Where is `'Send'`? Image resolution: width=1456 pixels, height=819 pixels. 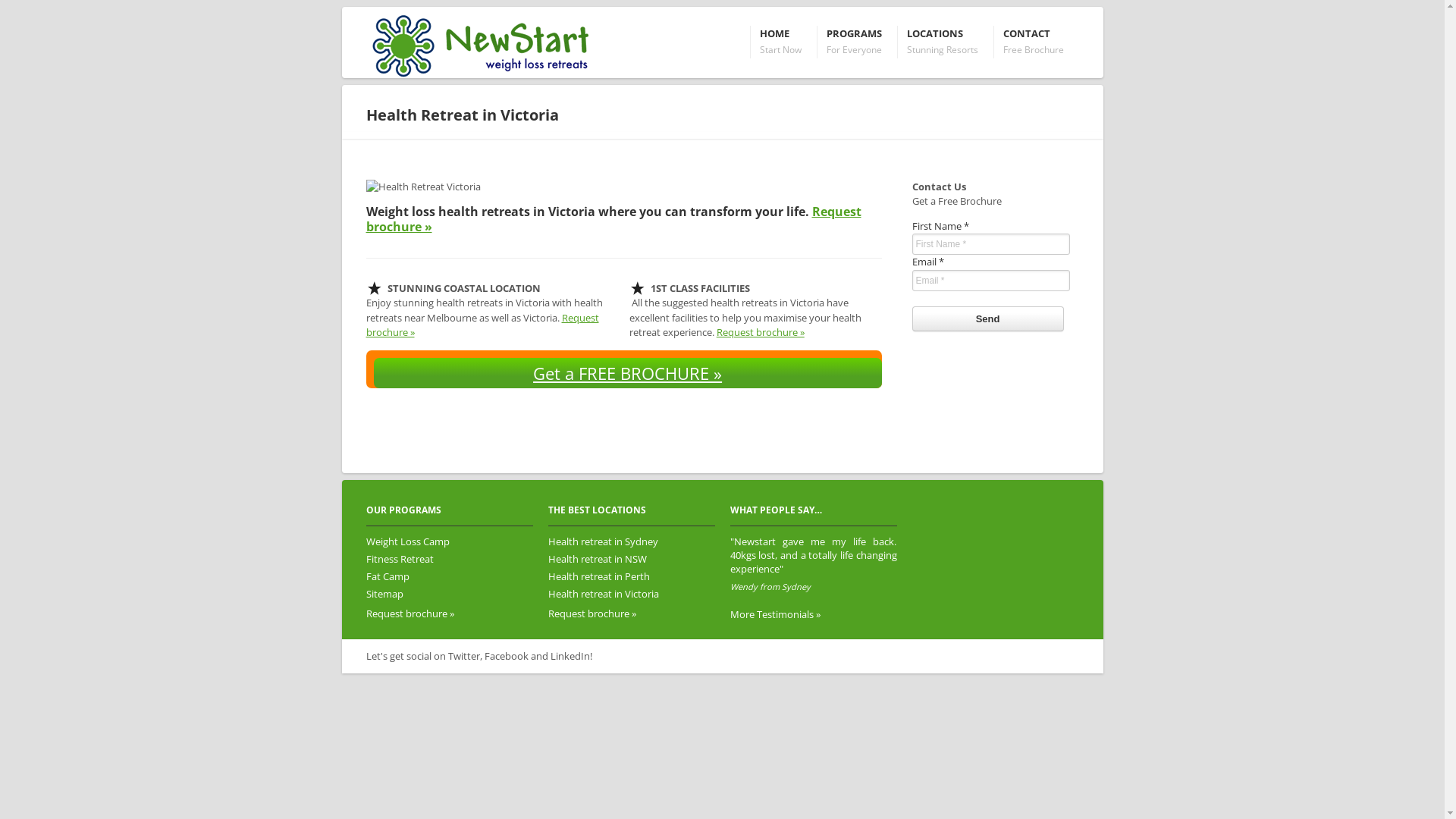
'Send' is located at coordinates (987, 318).